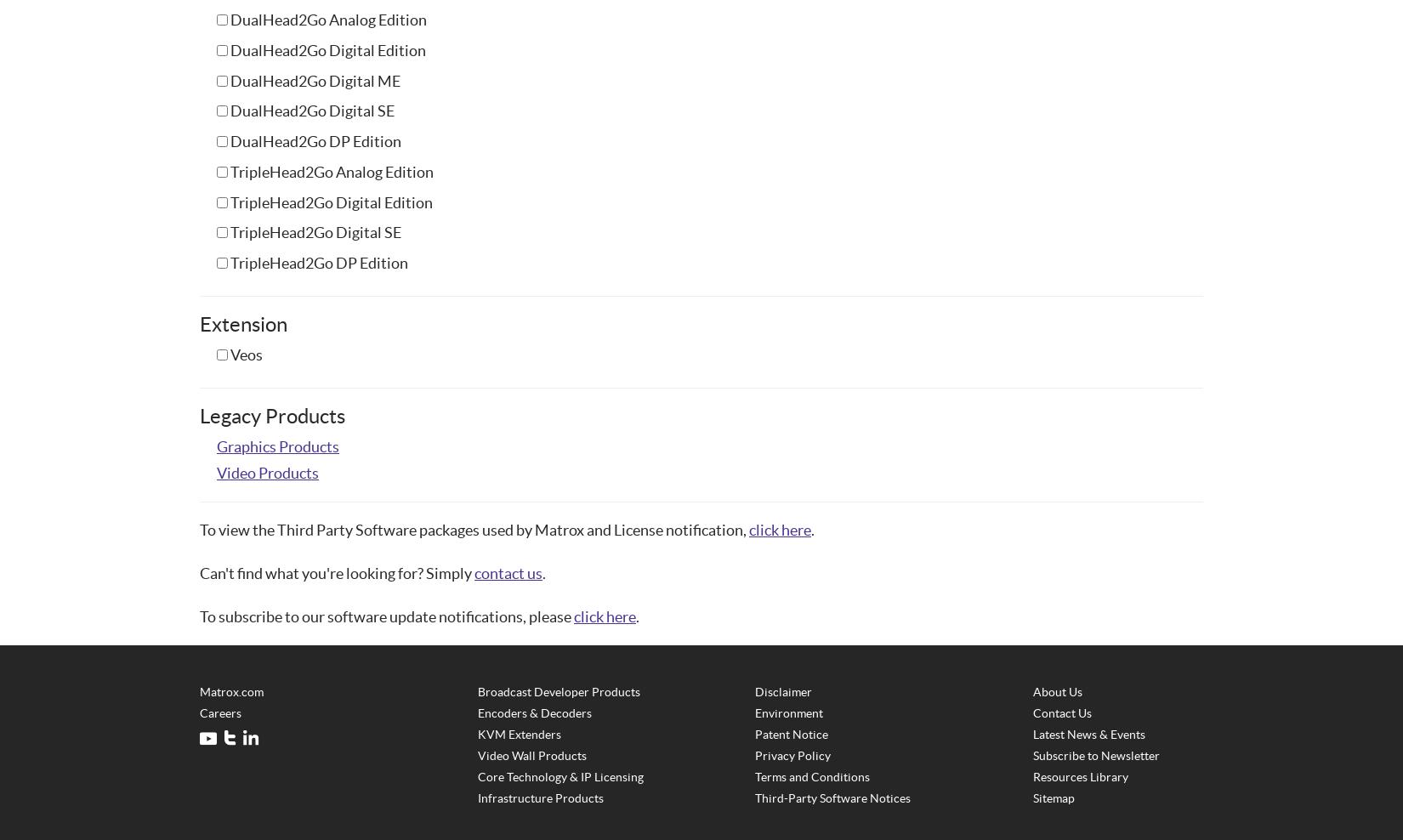 The height and width of the screenshot is (840, 1403). I want to click on 'Subscribe to Newsletter', so click(1094, 755).